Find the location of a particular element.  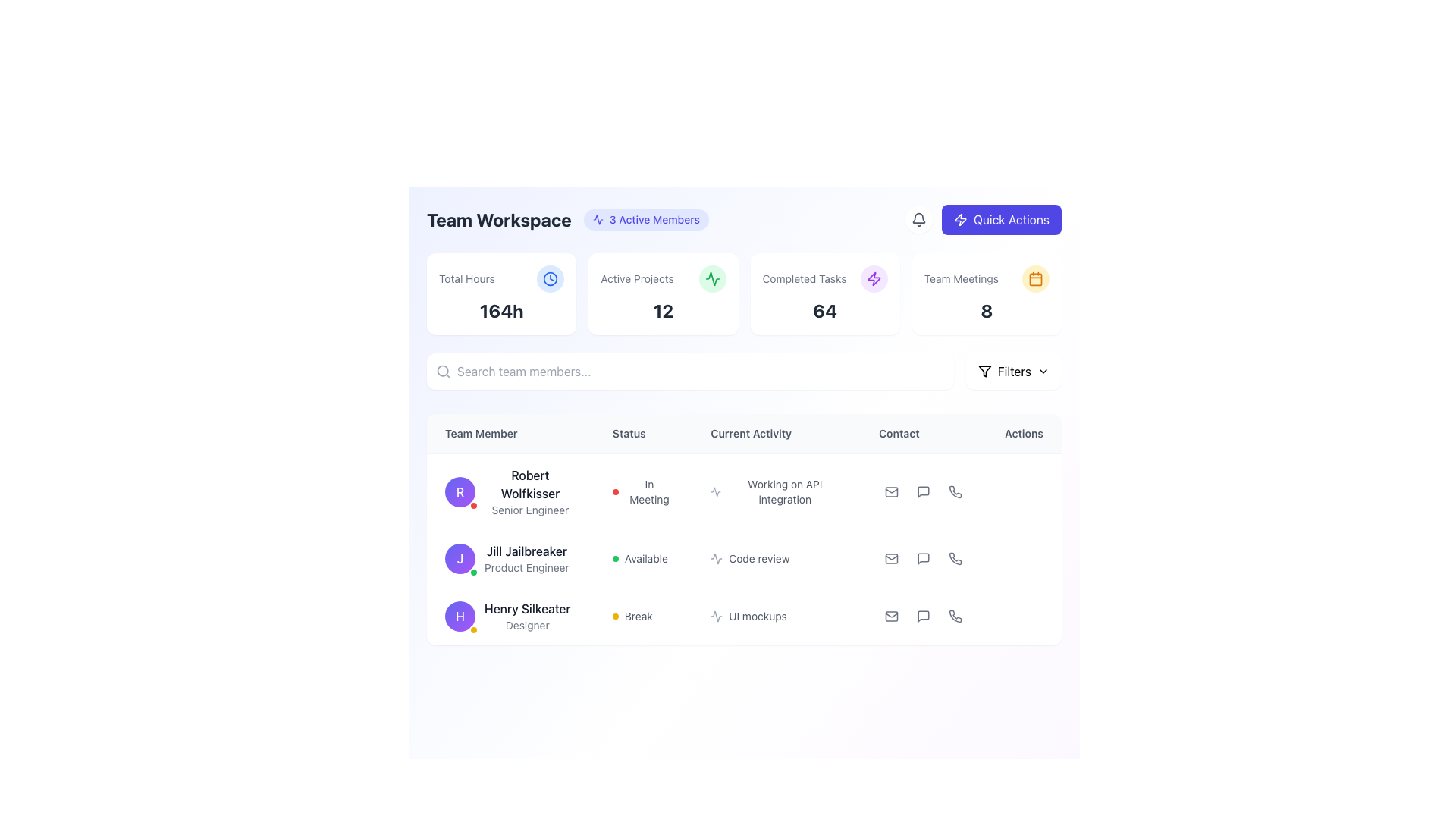

the active projects icon located in the 'Active Projects' card at the top center of the interface, which is the third icon among its siblings is located at coordinates (711, 278).